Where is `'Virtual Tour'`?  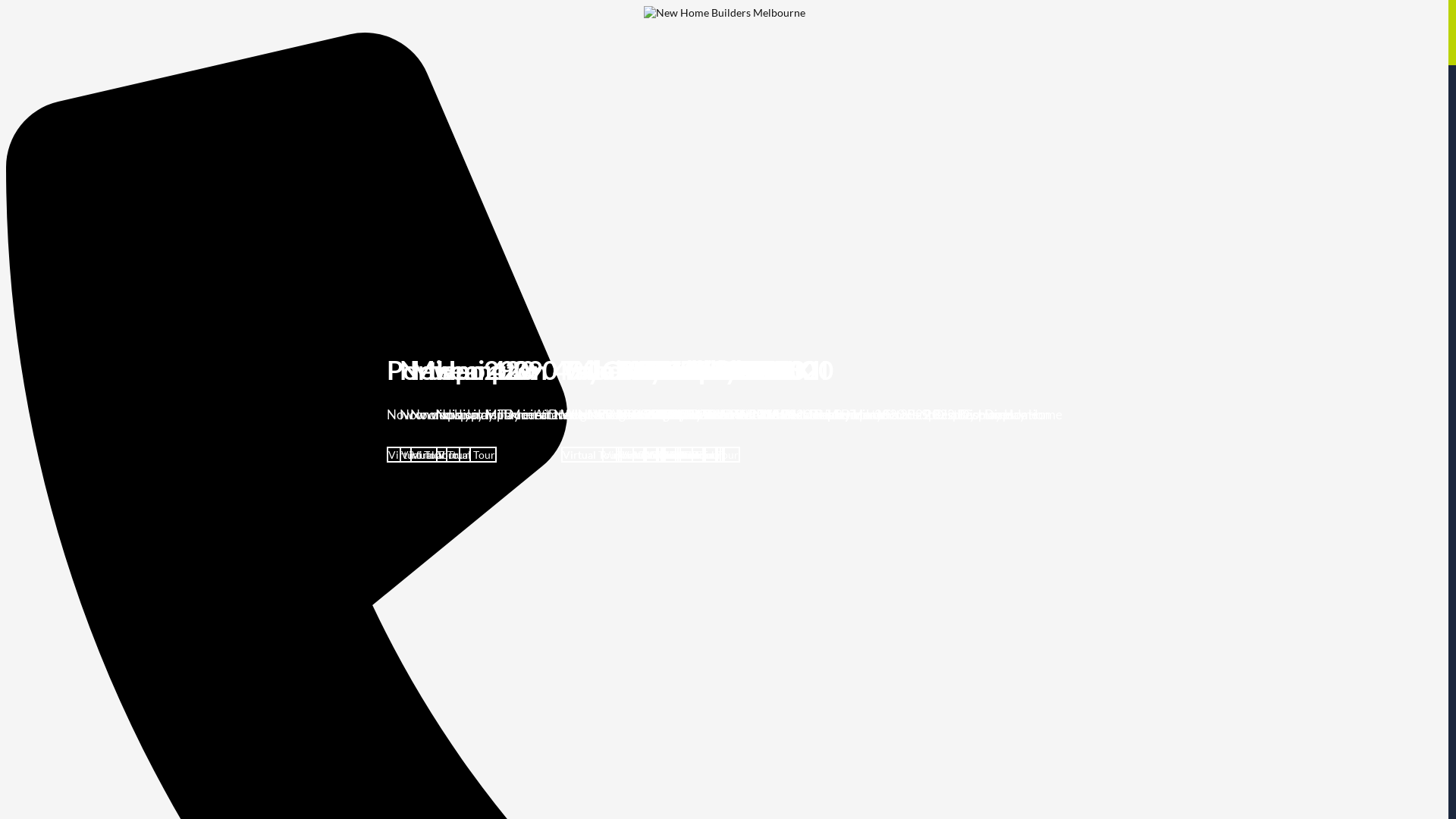 'Virtual Tour' is located at coordinates (465, 453).